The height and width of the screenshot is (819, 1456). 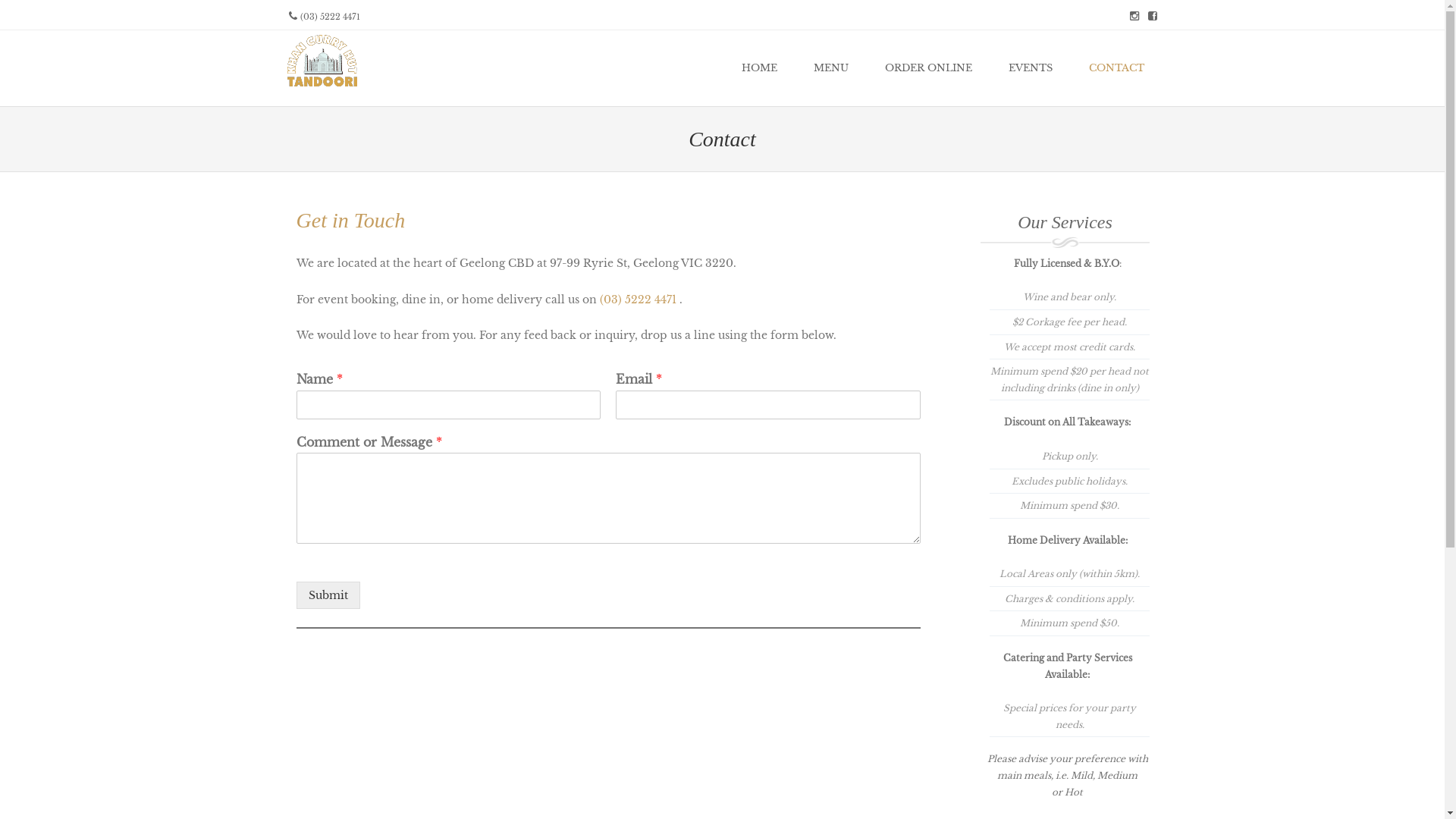 What do you see at coordinates (759, 67) in the screenshot?
I see `'HOME'` at bounding box center [759, 67].